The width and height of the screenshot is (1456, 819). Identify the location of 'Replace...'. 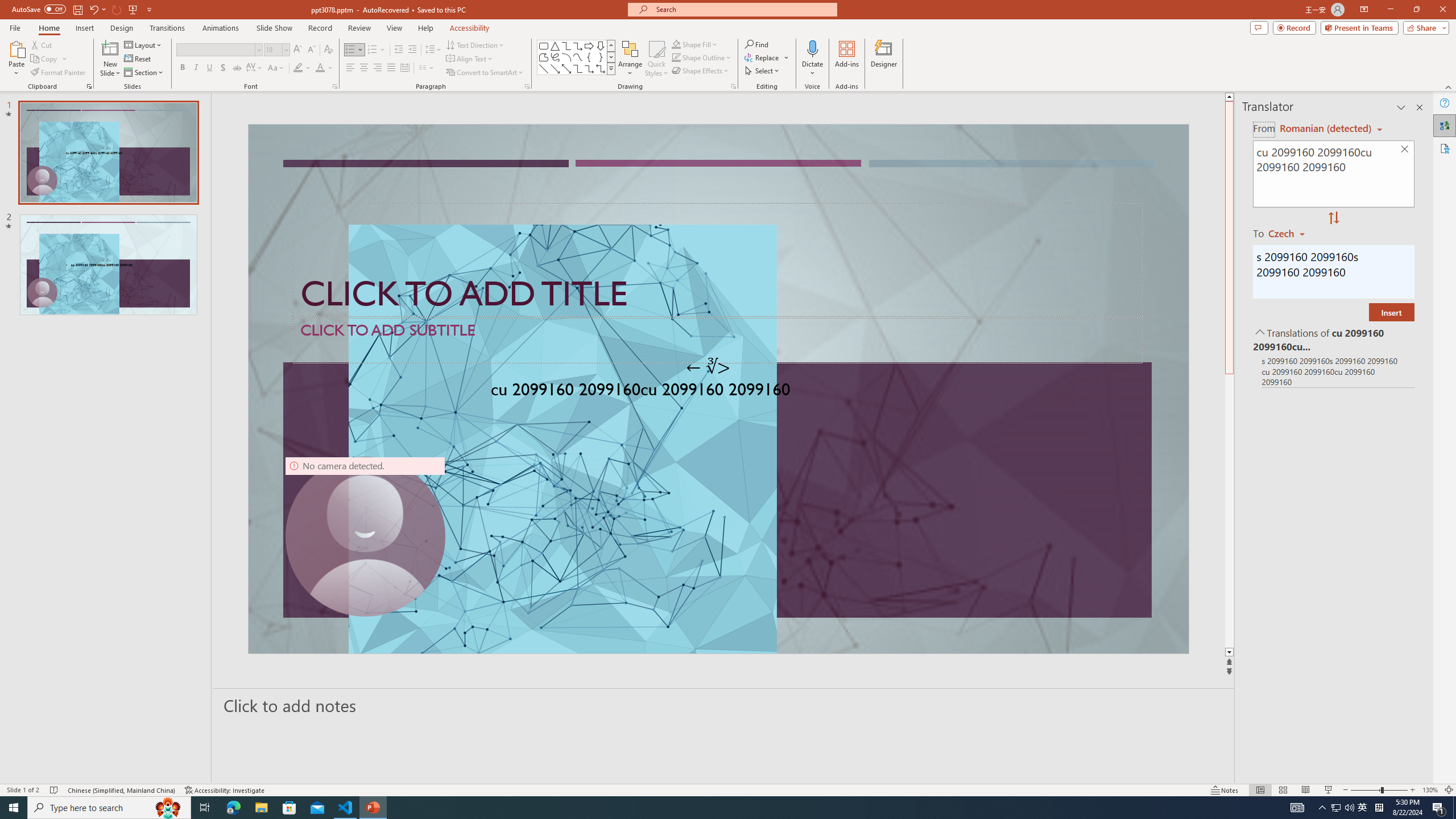
(763, 56).